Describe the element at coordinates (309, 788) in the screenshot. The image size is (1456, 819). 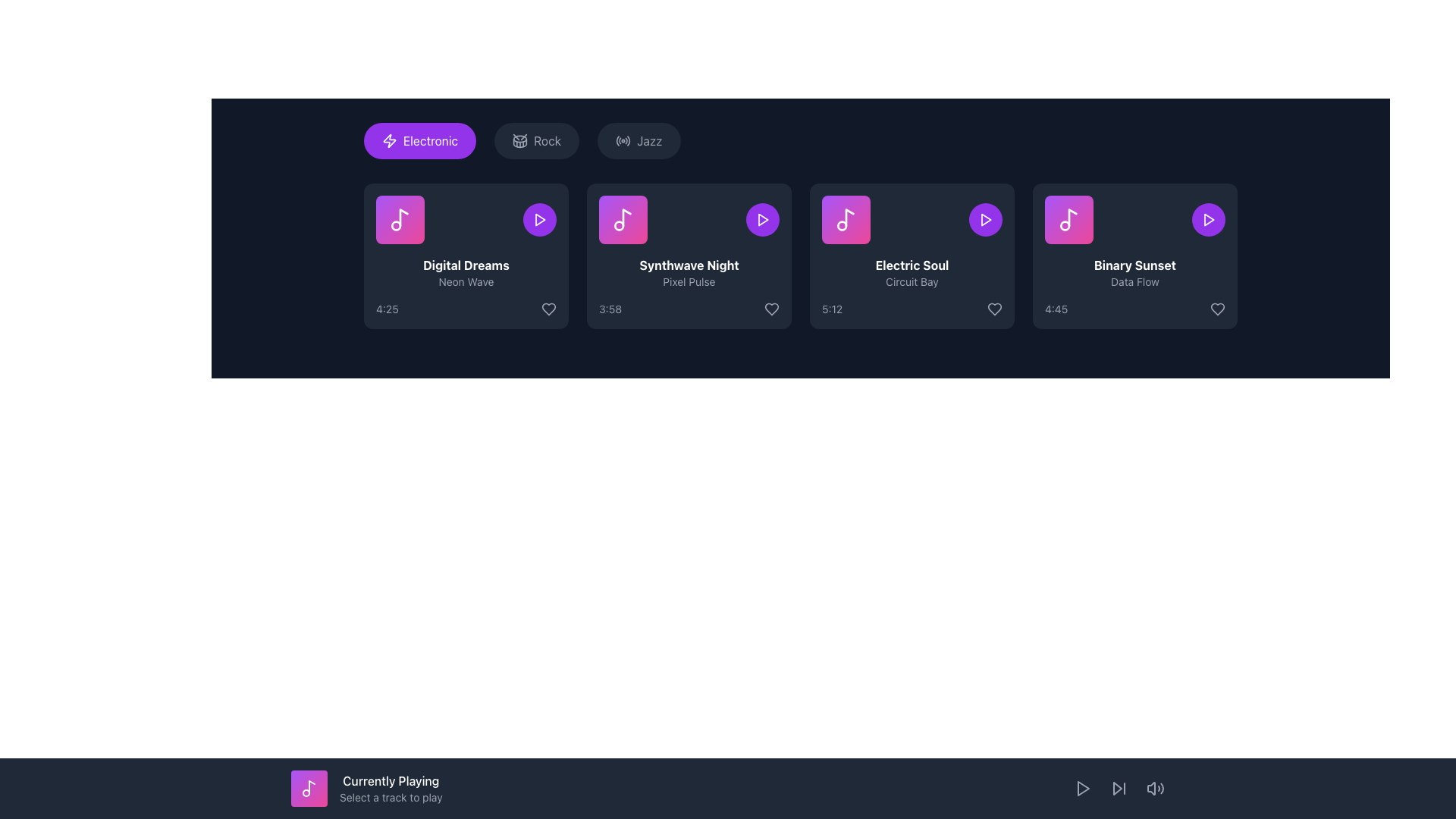
I see `the musical note icon located in the 'Currently Playing' section of the bottom progress bar, which has a clean, modern design with white lines on a transparent background` at that location.